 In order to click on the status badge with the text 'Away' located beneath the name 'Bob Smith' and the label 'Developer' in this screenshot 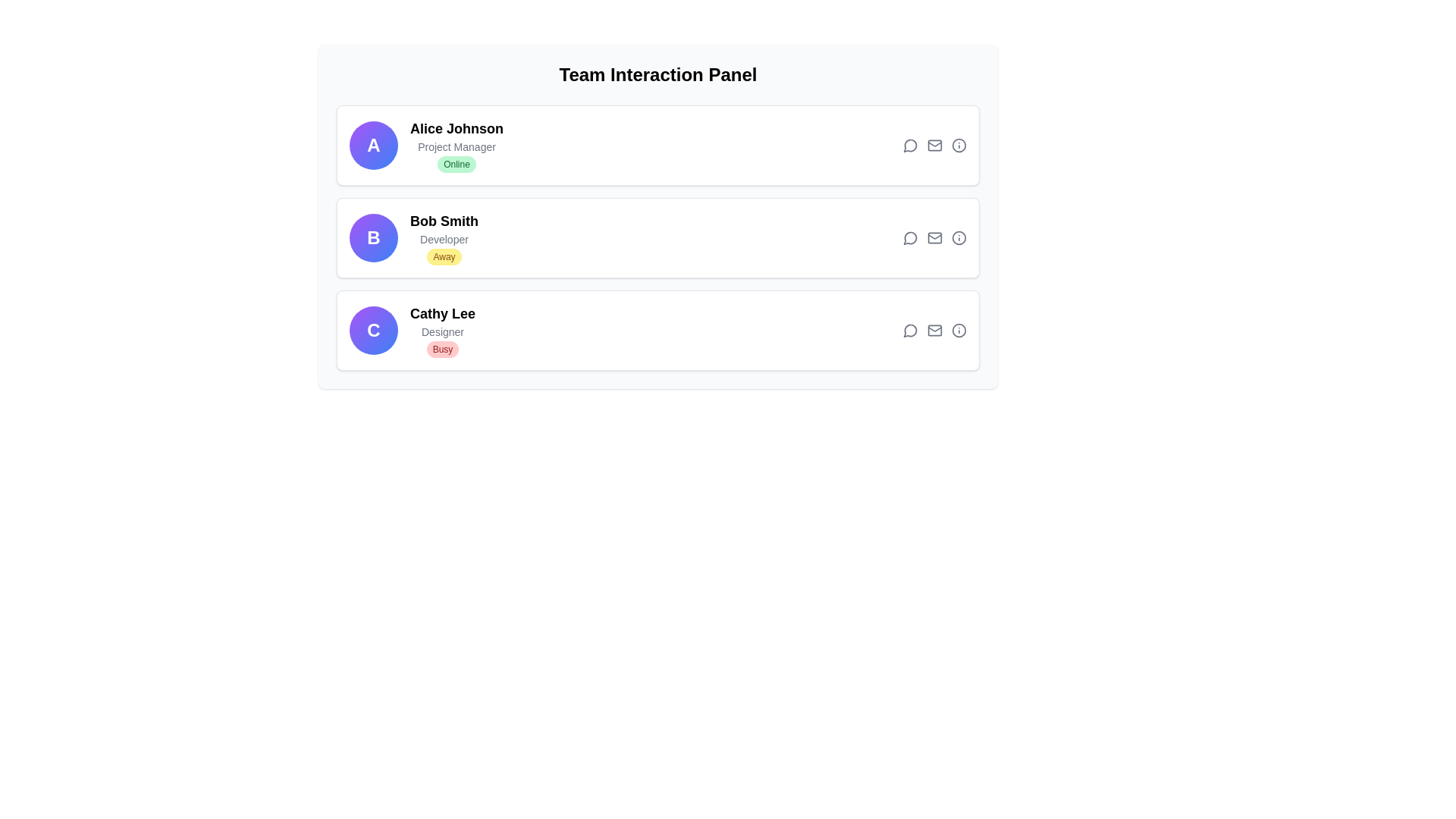, I will do `click(443, 256)`.